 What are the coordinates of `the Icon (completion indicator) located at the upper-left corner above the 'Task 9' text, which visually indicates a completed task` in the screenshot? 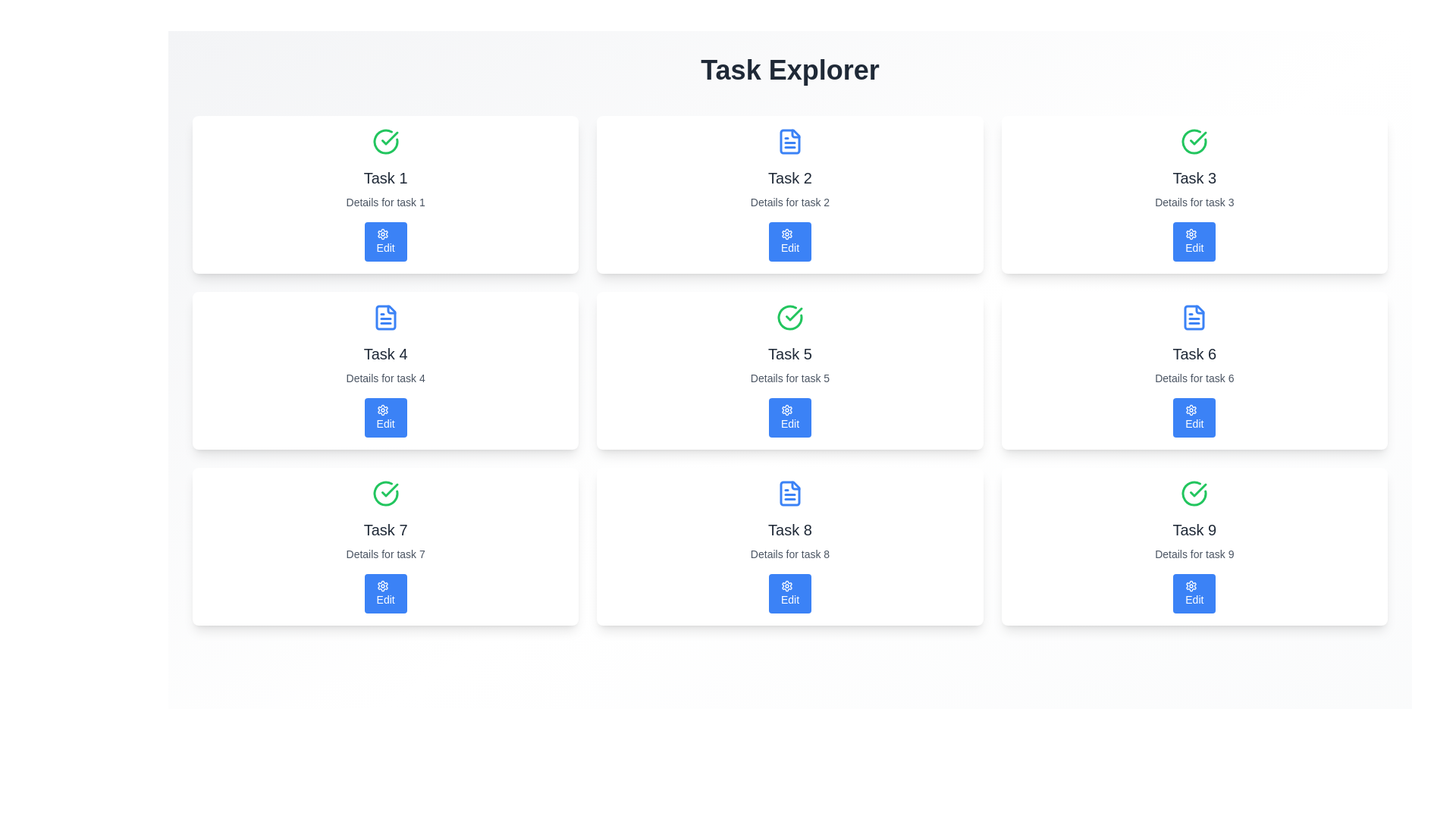 It's located at (1194, 494).